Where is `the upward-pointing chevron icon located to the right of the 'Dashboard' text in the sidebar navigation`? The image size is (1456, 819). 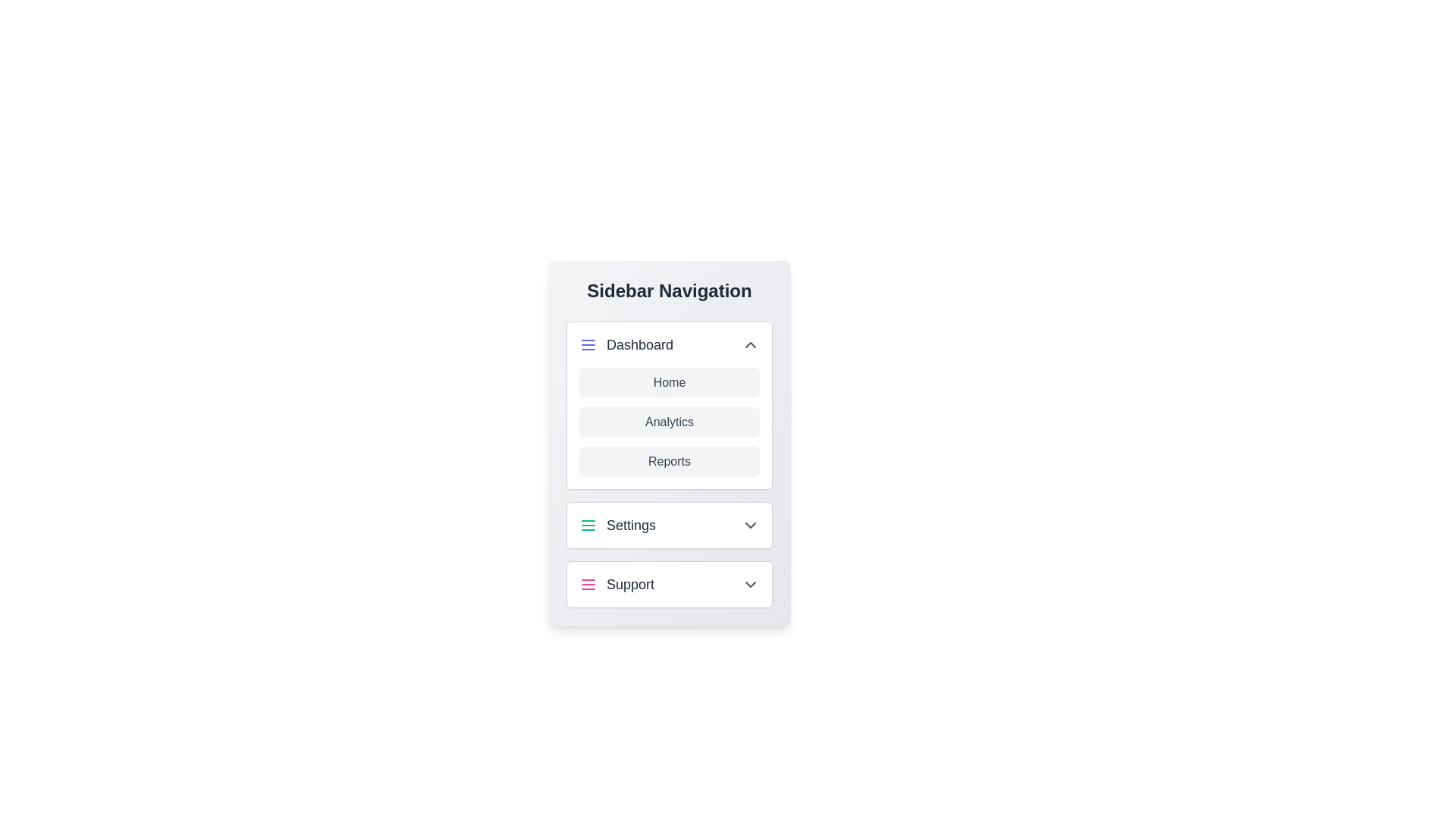 the upward-pointing chevron icon located to the right of the 'Dashboard' text in the sidebar navigation is located at coordinates (750, 345).